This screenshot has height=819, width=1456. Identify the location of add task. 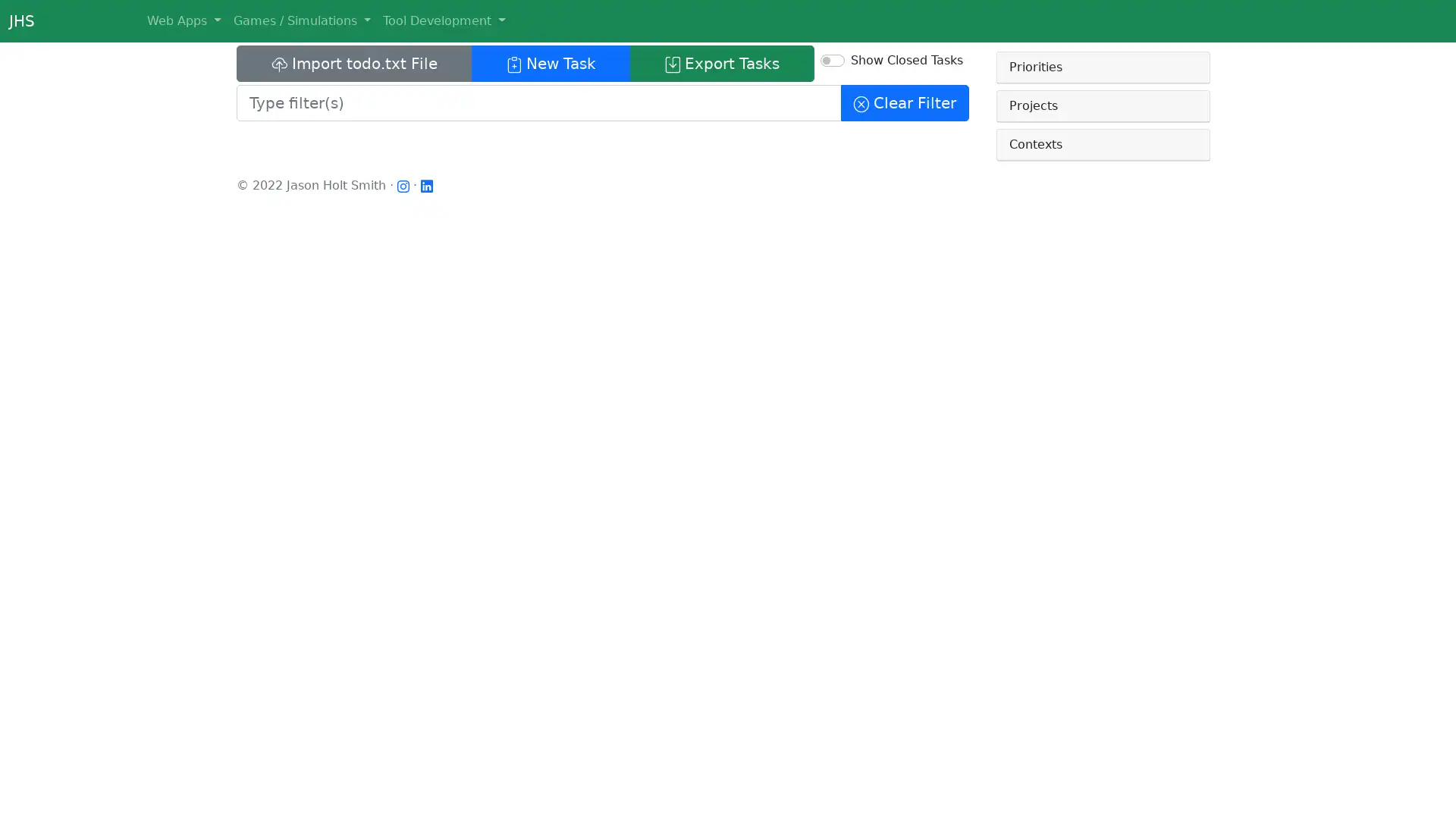
(550, 63).